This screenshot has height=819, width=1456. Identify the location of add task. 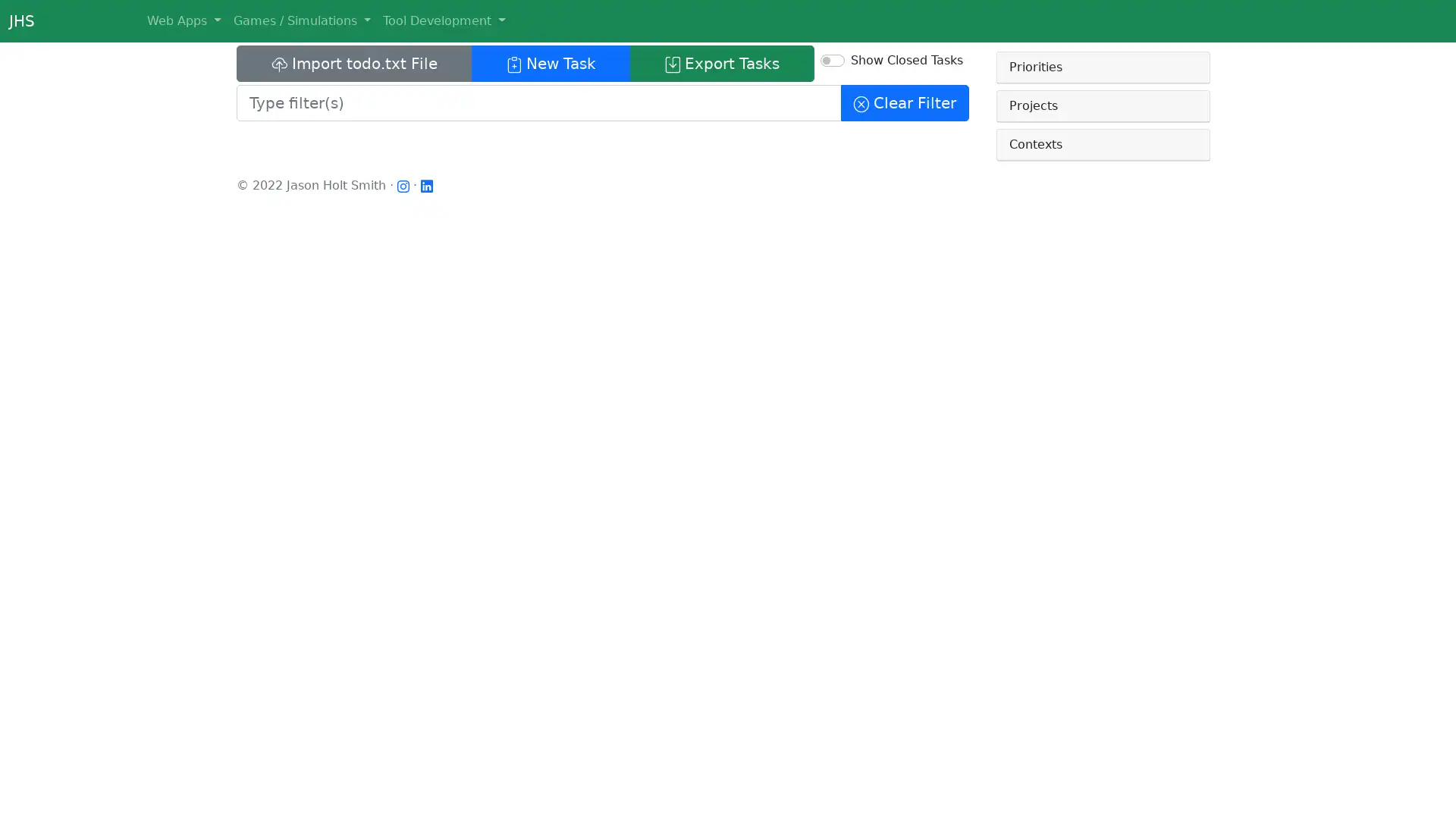
(550, 63).